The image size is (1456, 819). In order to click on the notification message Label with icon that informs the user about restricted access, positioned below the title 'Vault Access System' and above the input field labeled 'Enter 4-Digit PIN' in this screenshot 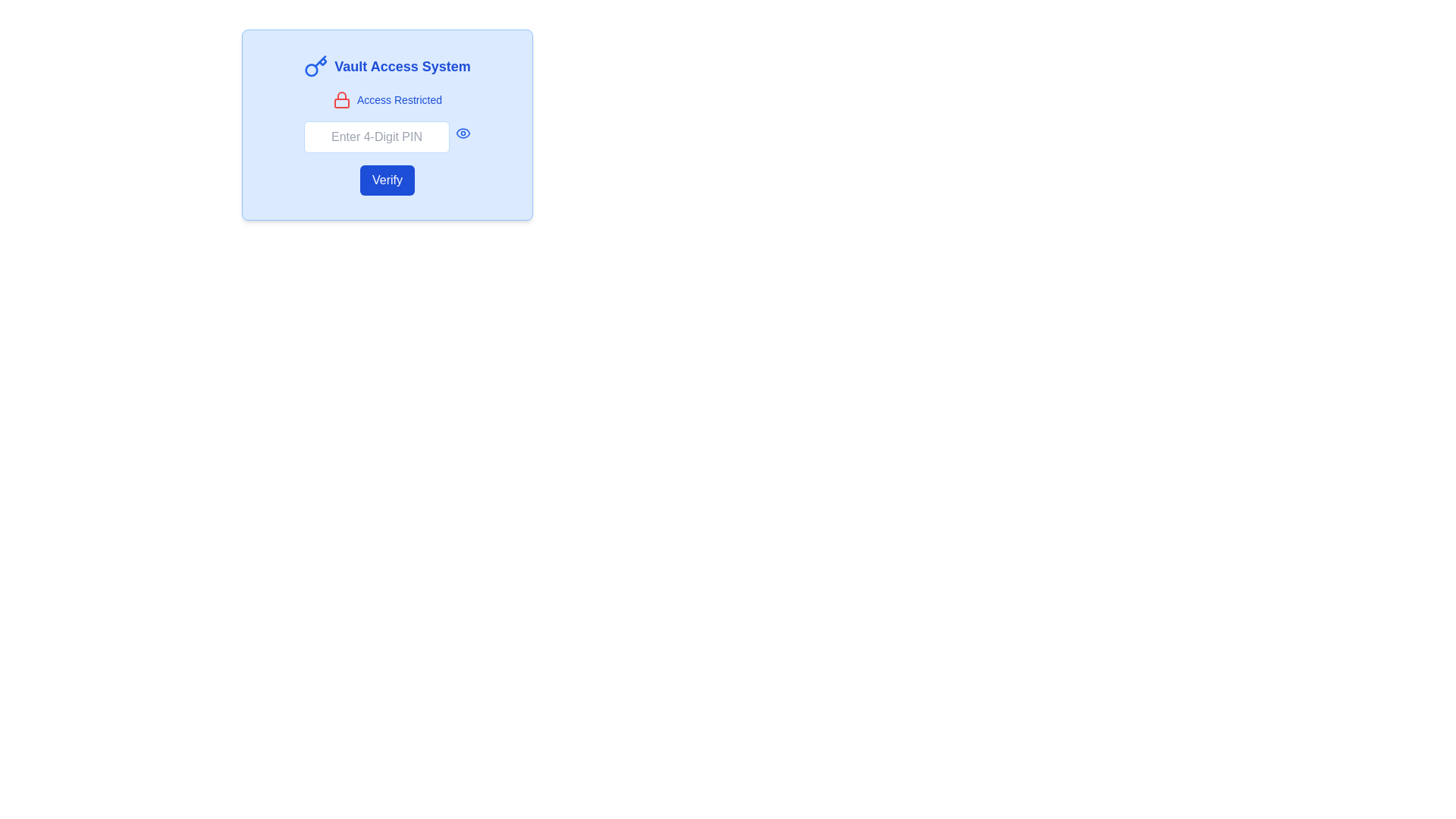, I will do `click(387, 99)`.